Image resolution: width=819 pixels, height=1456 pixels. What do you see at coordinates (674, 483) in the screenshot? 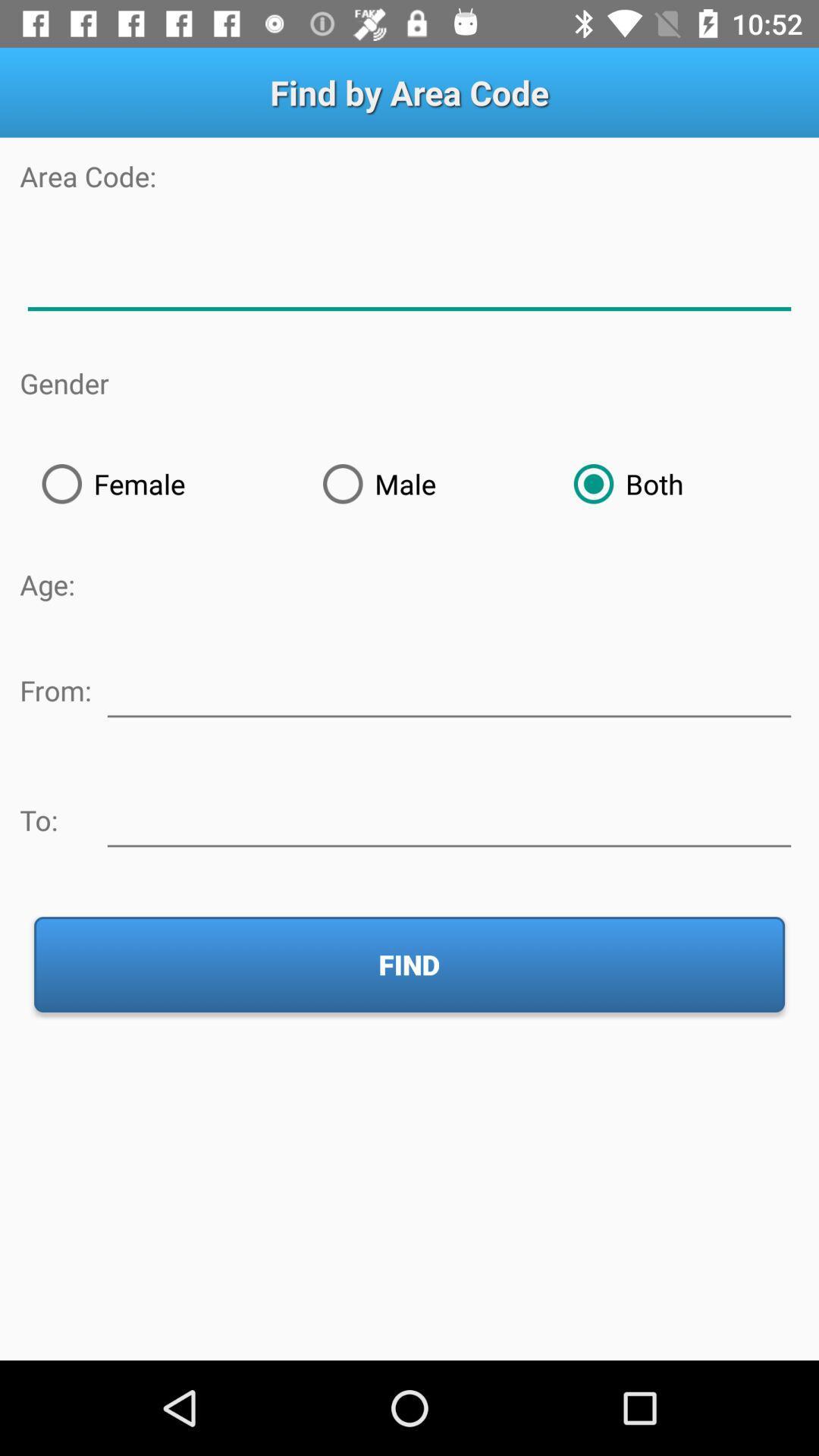
I see `both radio button` at bounding box center [674, 483].